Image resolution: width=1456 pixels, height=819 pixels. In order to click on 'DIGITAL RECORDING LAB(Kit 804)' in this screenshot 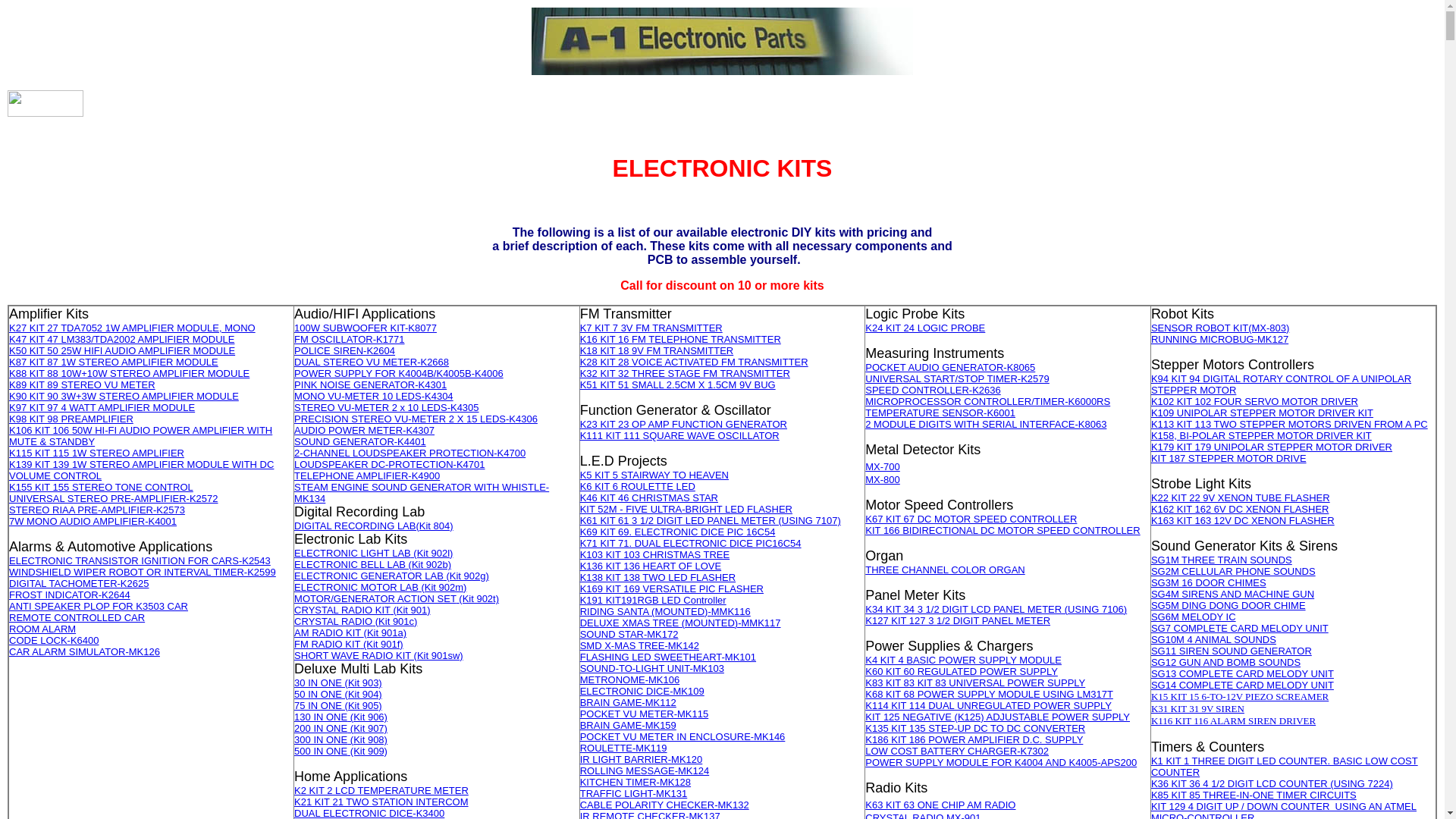, I will do `click(374, 525)`.